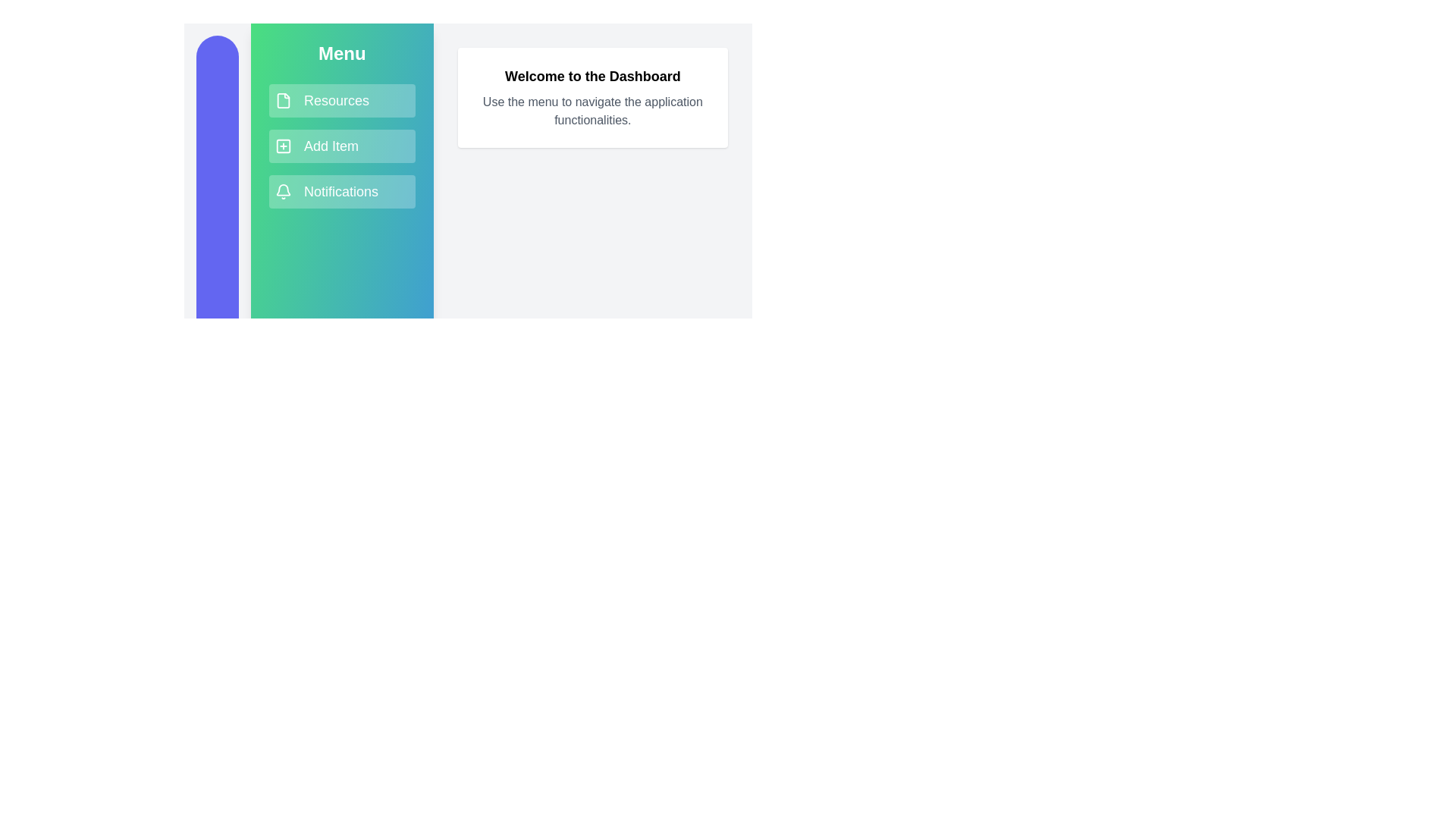 The image size is (1456, 819). Describe the element at coordinates (341, 191) in the screenshot. I see `the menu item Notifications to navigate or trigger its action` at that location.